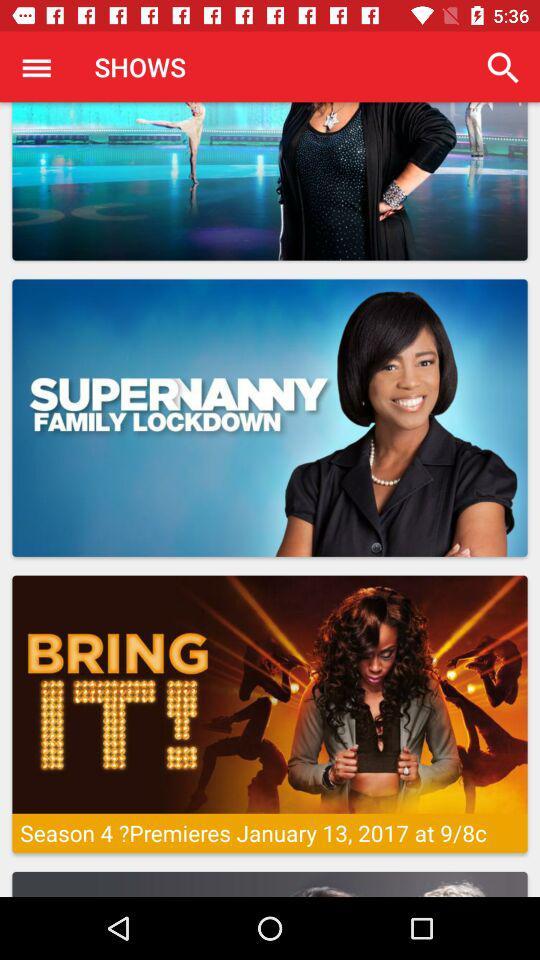 This screenshot has height=960, width=540. What do you see at coordinates (502, 67) in the screenshot?
I see `item at the top right corner` at bounding box center [502, 67].